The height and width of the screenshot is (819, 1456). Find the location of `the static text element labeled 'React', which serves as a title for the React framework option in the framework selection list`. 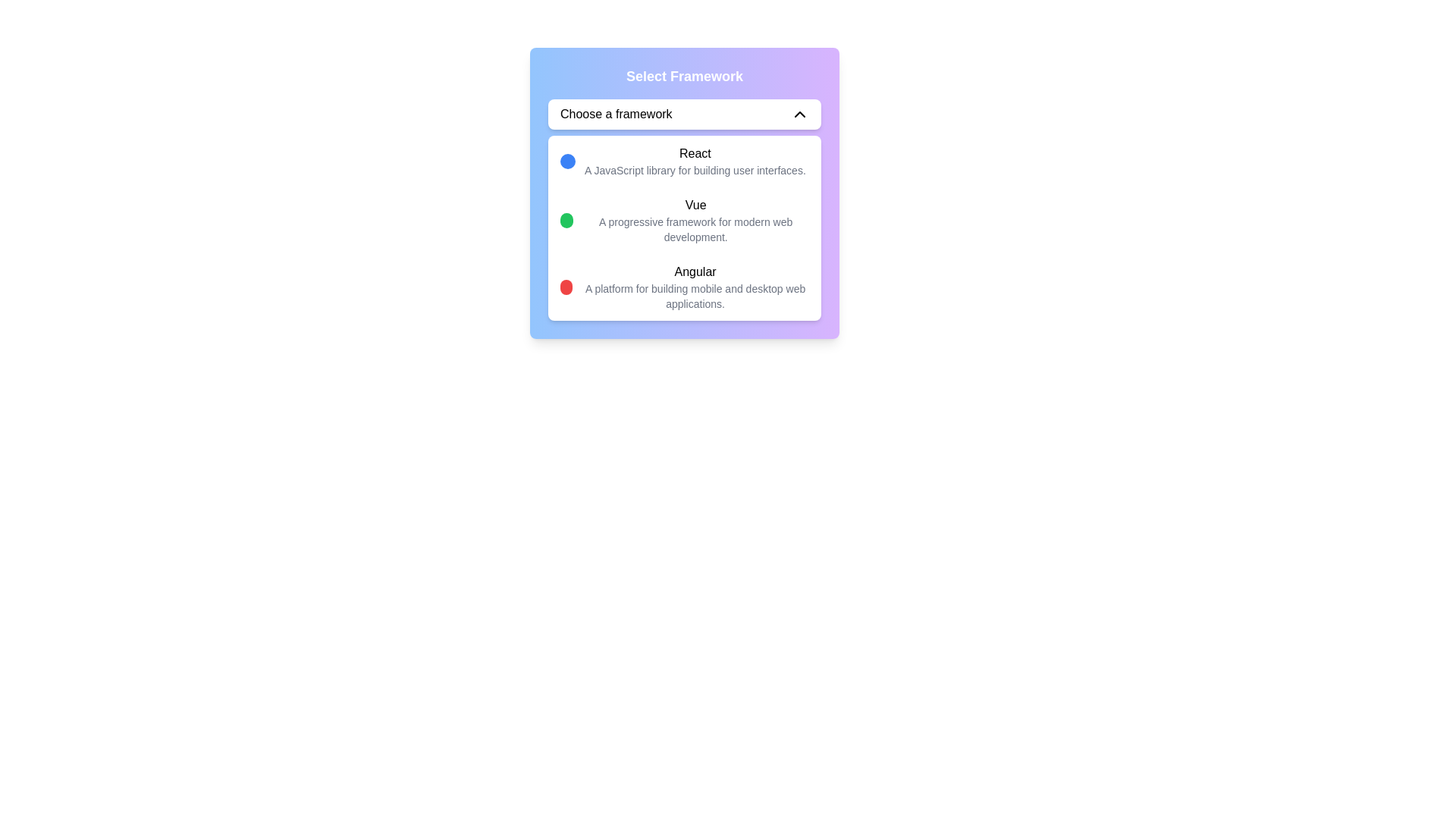

the static text element labeled 'React', which serves as a title for the React framework option in the framework selection list is located at coordinates (694, 154).